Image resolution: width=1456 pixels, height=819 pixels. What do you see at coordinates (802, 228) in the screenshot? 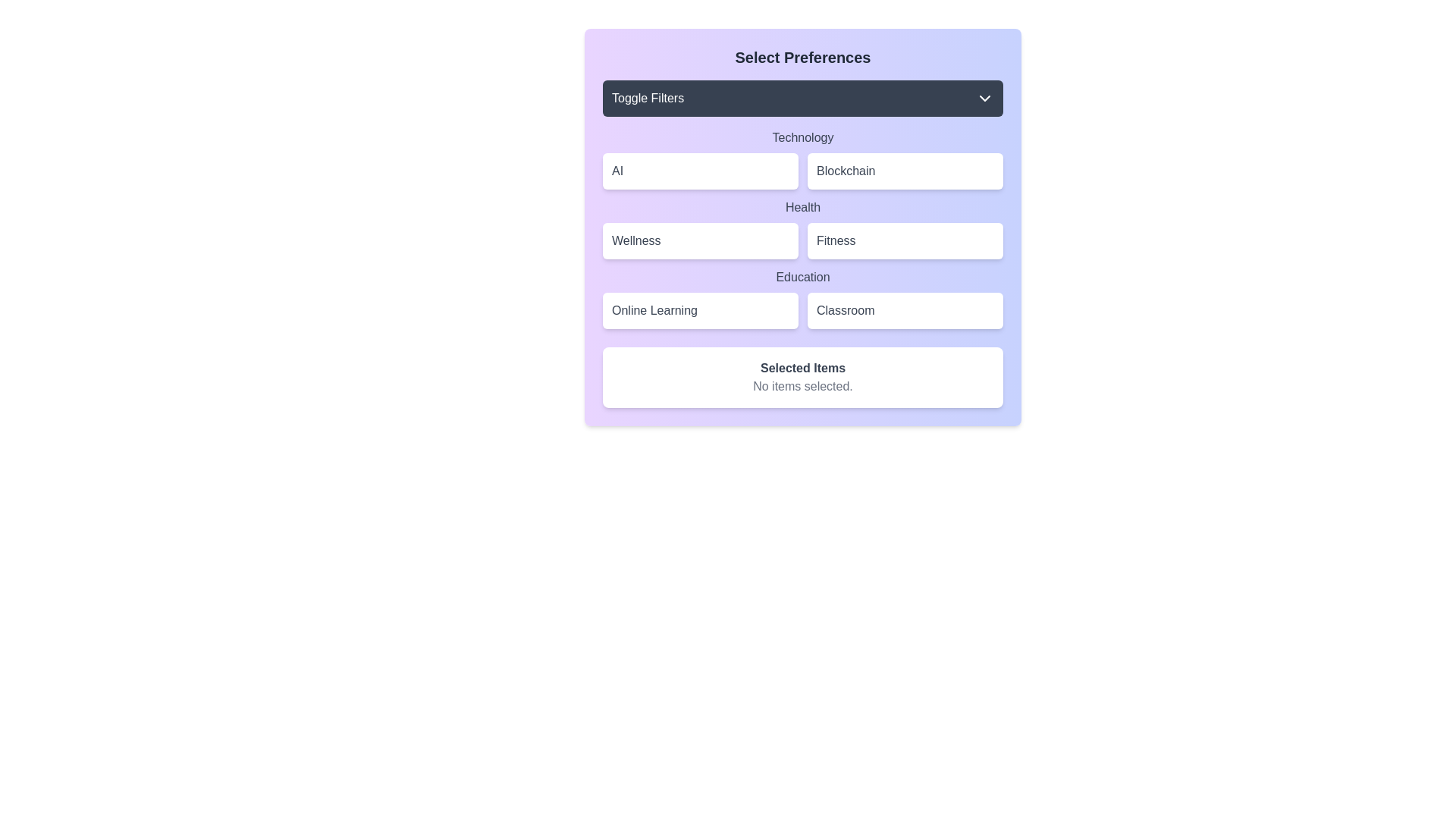
I see `the 'Fitness' button within the 'Health' category box` at bounding box center [802, 228].